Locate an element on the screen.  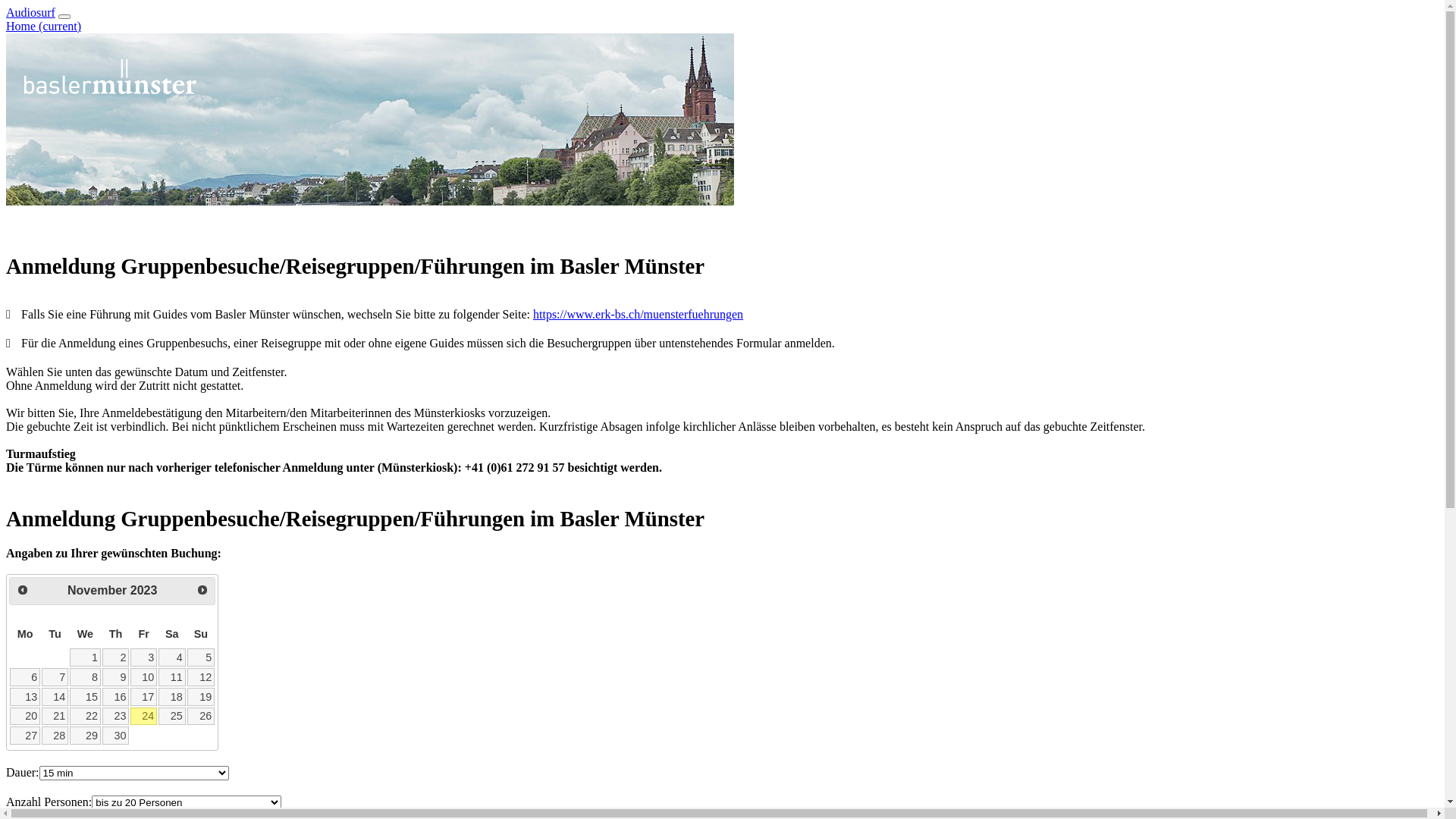
'29' is located at coordinates (84, 734).